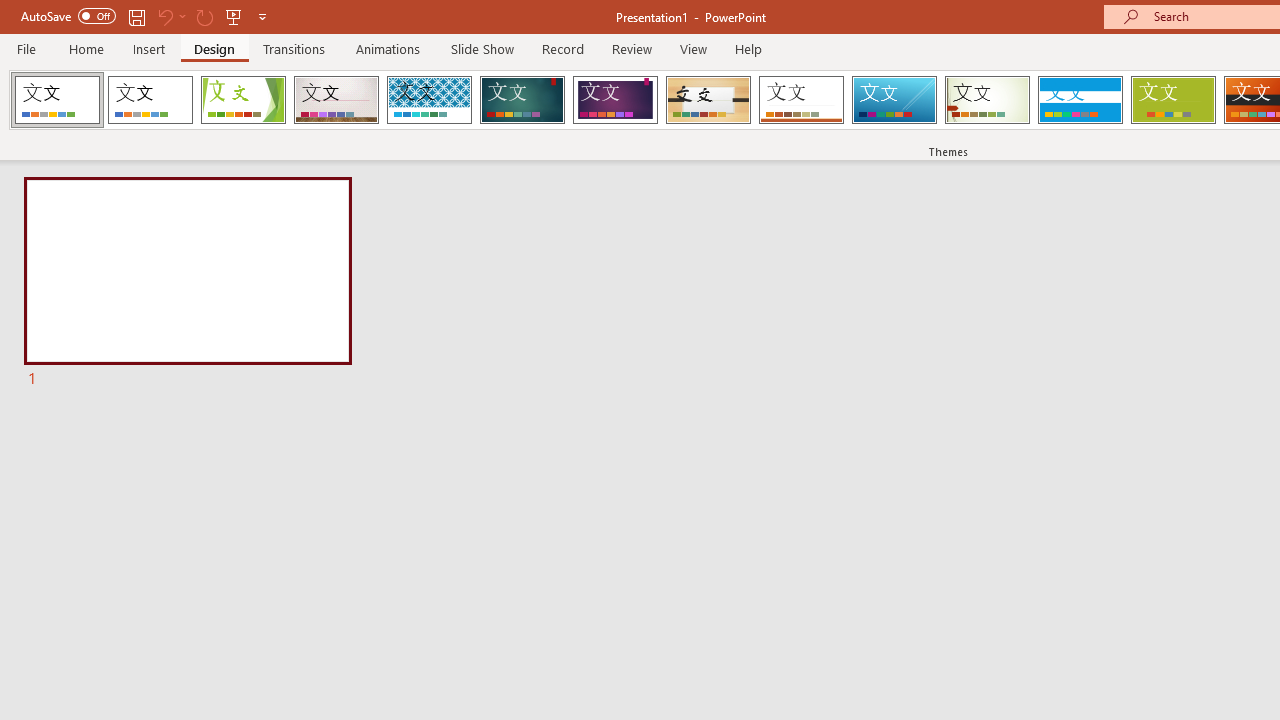 Image resolution: width=1280 pixels, height=720 pixels. I want to click on 'Office Theme', so click(149, 100).